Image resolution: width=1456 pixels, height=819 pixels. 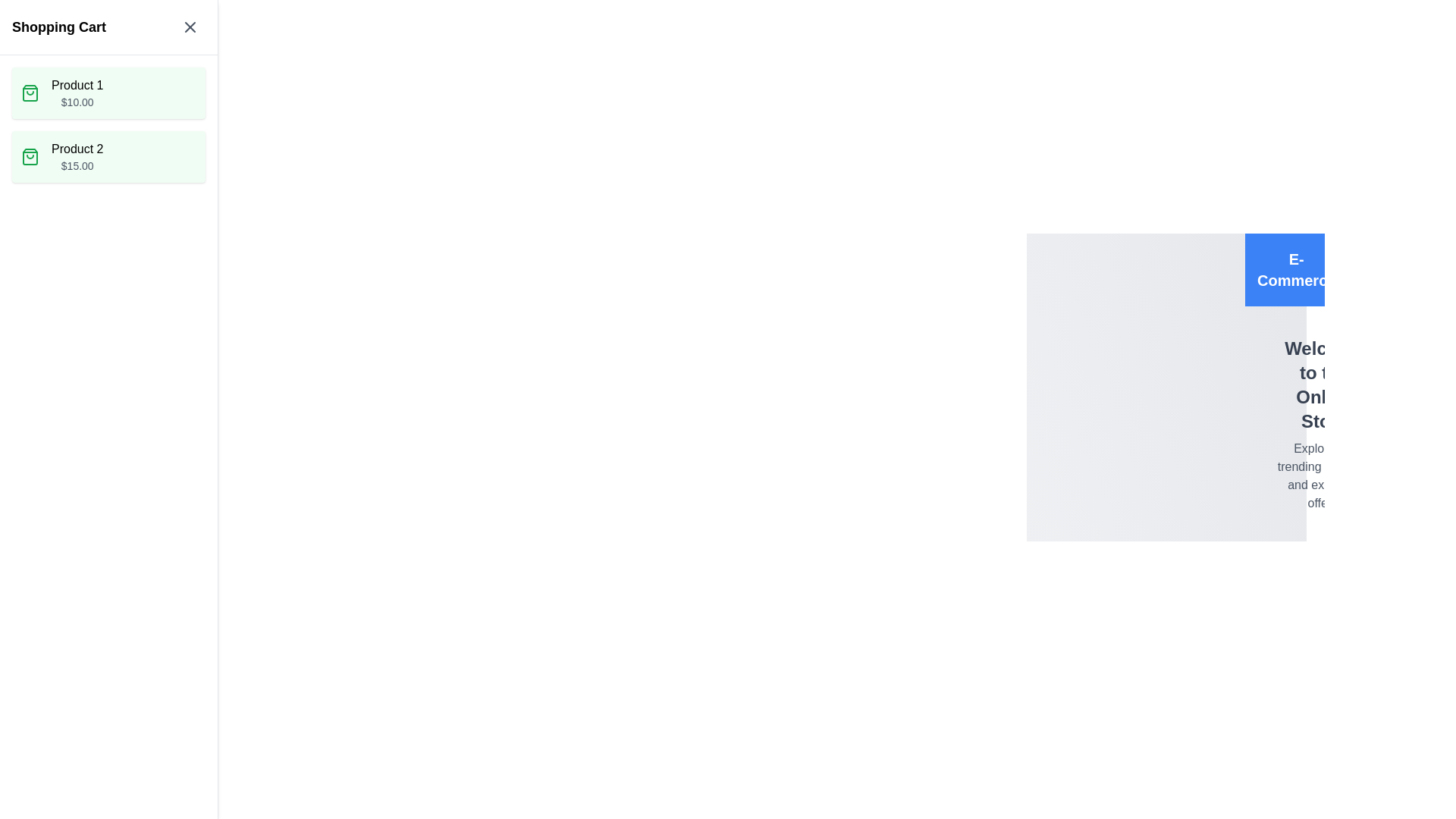 What do you see at coordinates (189, 27) in the screenshot?
I see `the close button icon represented by a small cross-shaped icon in the top-right corner of the 'Shopping Cart' panel to potentially reveal tooltips` at bounding box center [189, 27].